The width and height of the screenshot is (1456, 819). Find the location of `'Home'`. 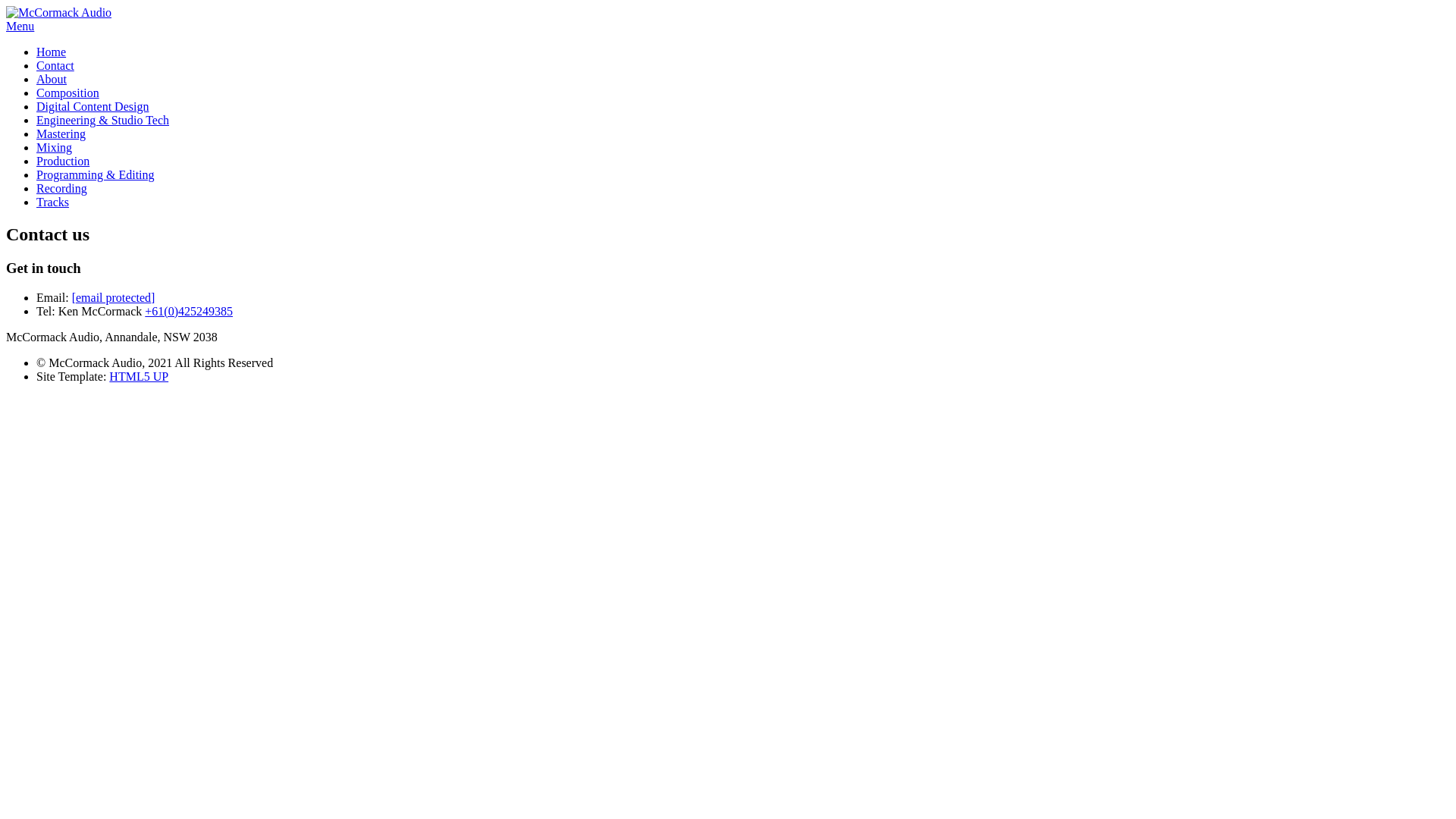

'Home' is located at coordinates (51, 51).